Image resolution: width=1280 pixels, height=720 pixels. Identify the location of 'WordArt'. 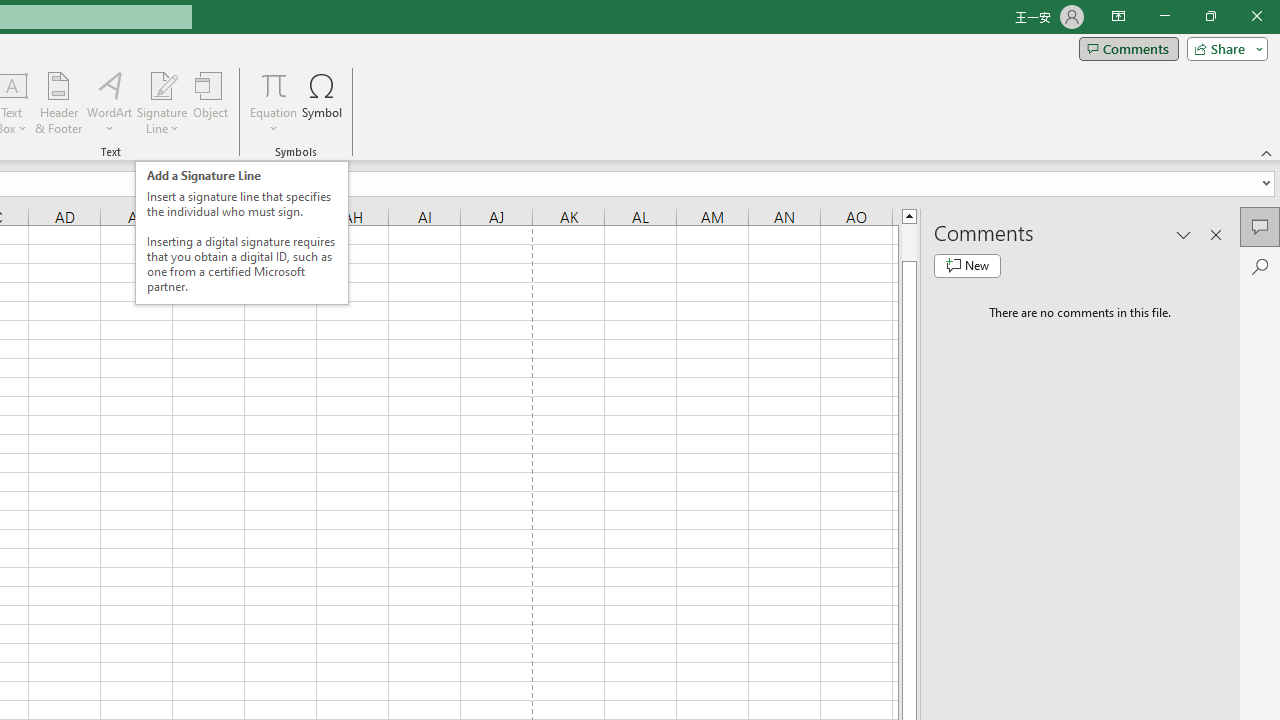
(108, 103).